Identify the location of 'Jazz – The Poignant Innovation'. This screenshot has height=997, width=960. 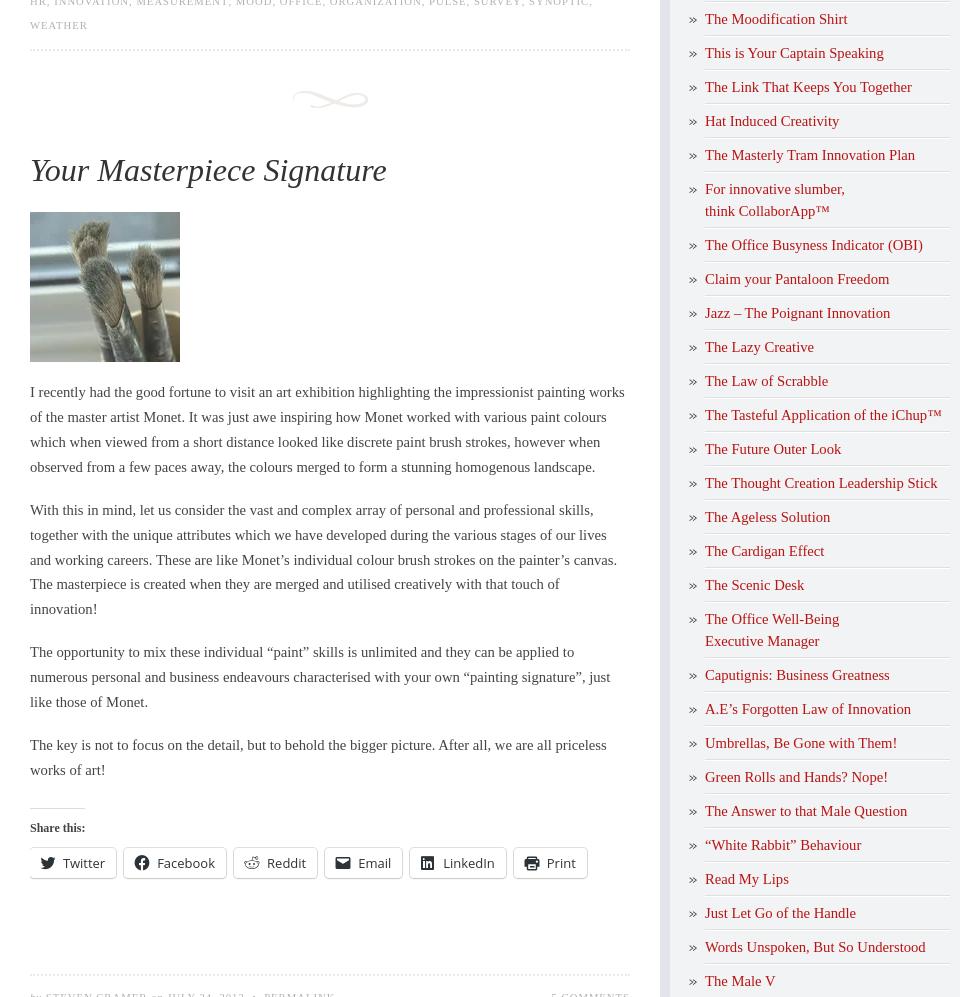
(797, 311).